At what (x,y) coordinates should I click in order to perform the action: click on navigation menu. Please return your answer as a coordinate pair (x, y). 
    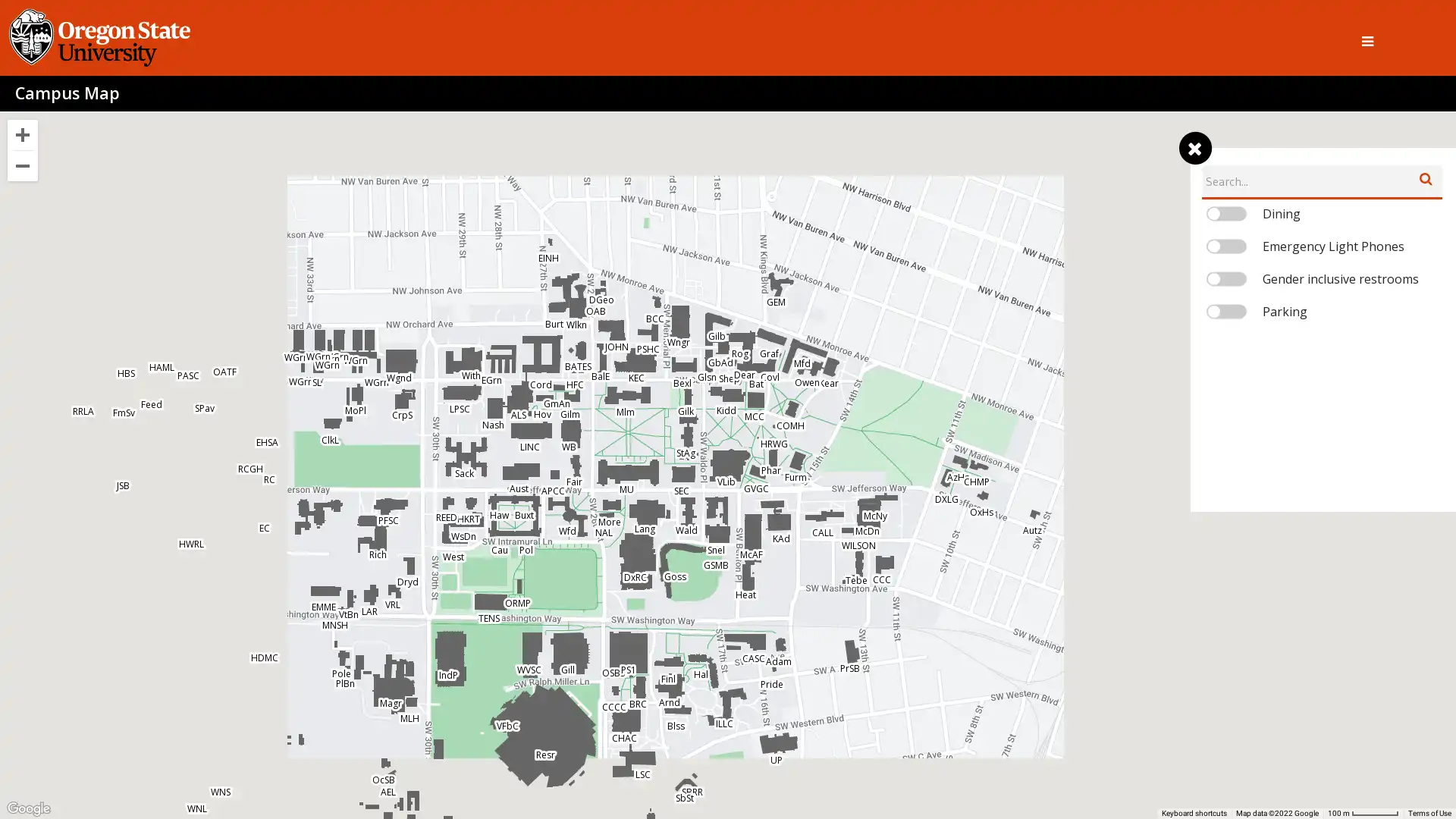
    Looking at the image, I should click on (1194, 149).